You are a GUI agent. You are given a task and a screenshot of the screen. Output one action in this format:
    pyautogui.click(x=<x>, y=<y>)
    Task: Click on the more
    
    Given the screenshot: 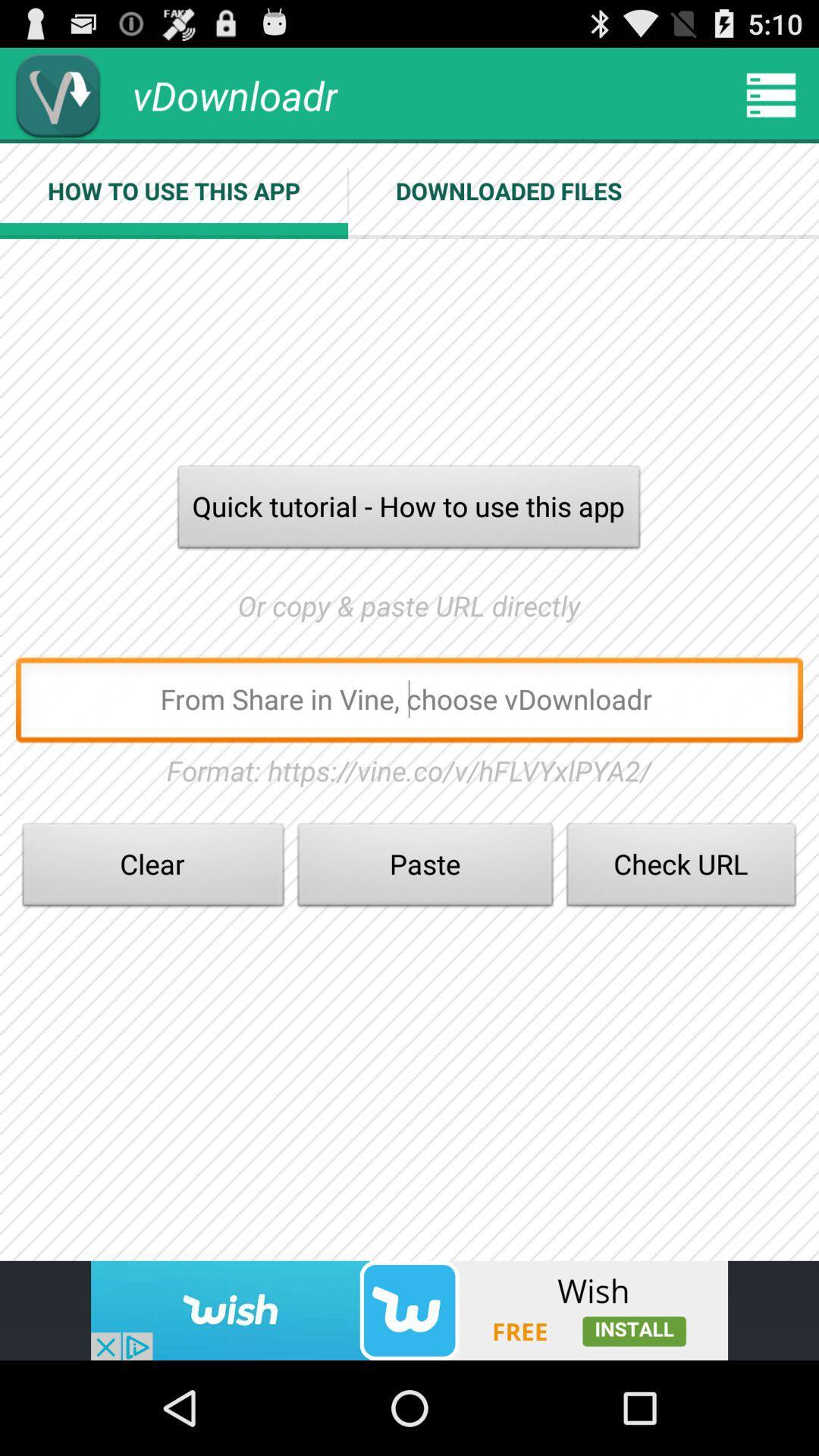 What is the action you would take?
    pyautogui.click(x=771, y=94)
    